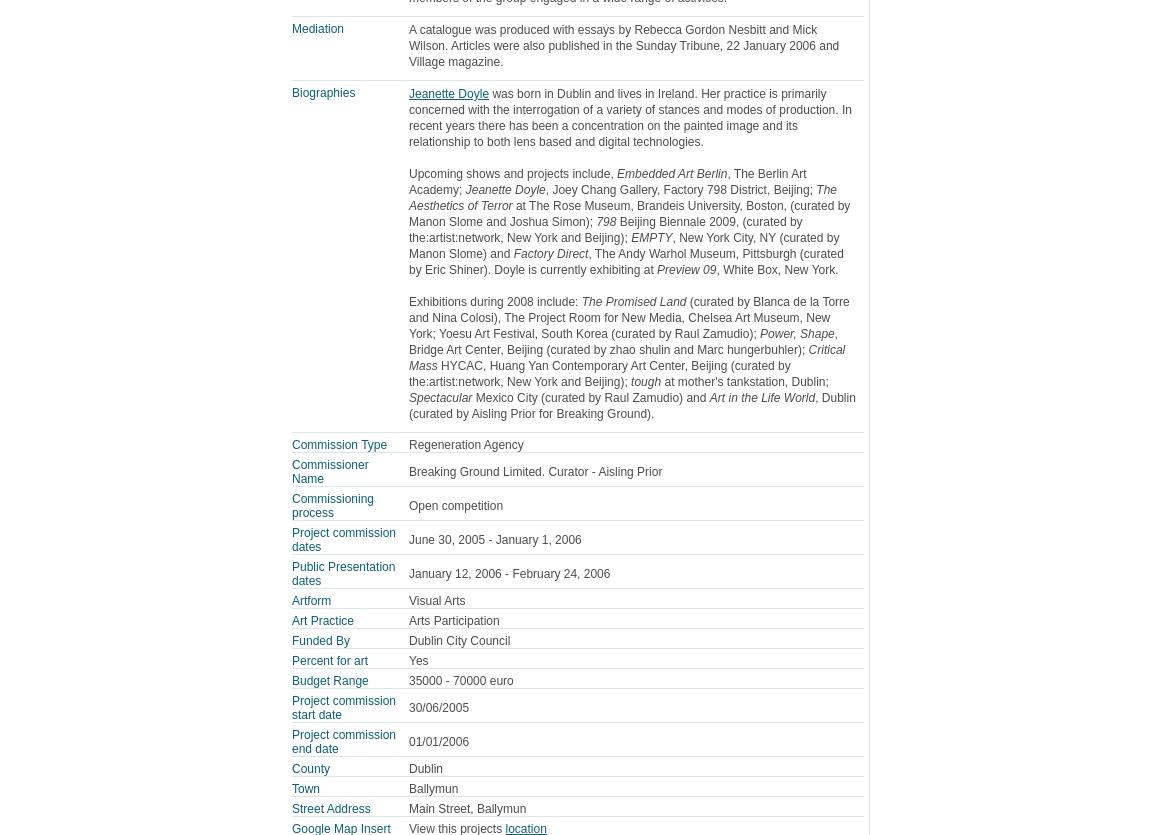  Describe the element at coordinates (467, 808) in the screenshot. I see `'Main Street, Ballymun'` at that location.